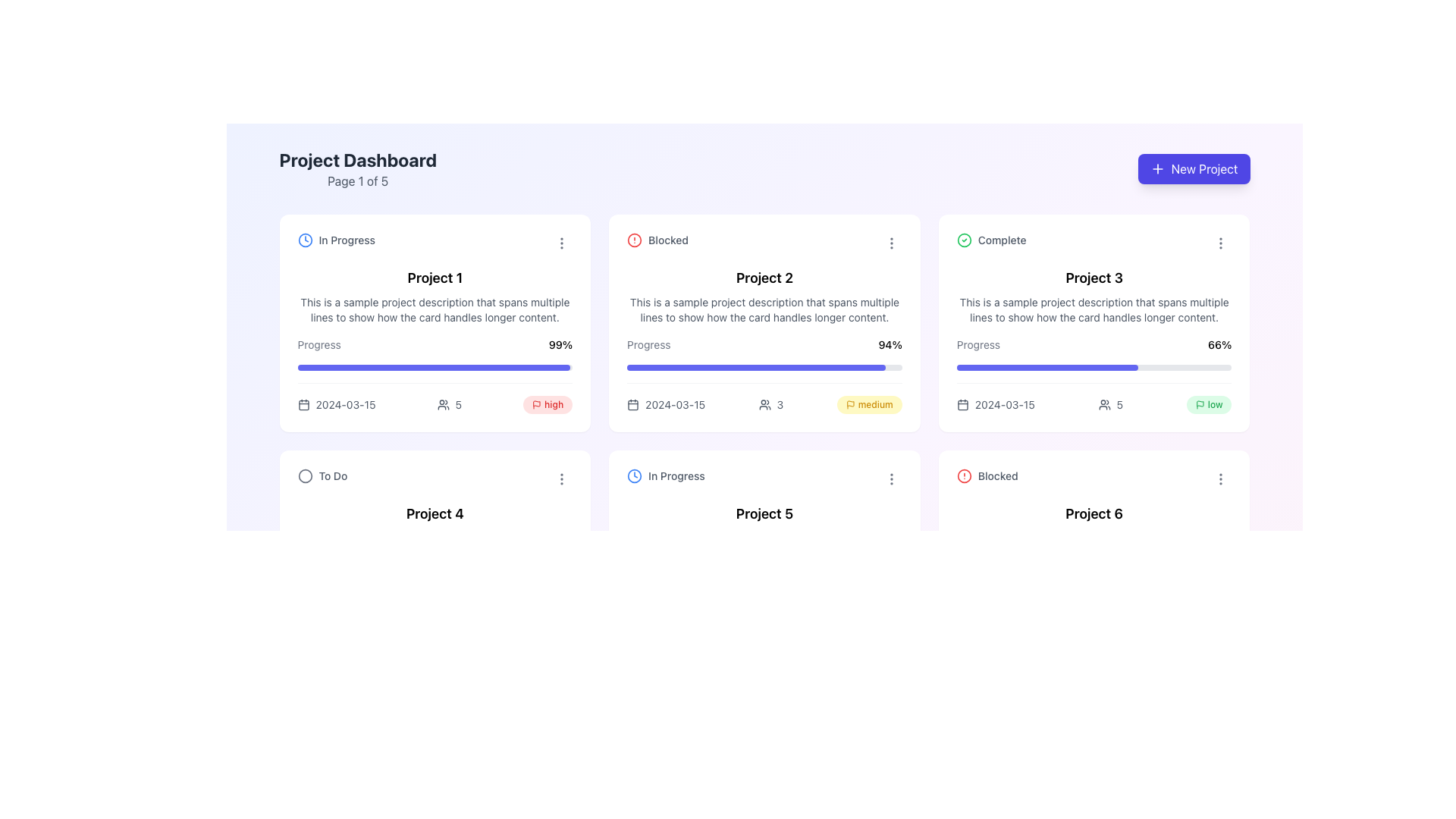 The image size is (1456, 819). Describe the element at coordinates (434, 397) in the screenshot. I see `the text element displaying the number of participants associated with 'Project 1', which is located at the bottom of the card in the first column of a grid layout, positioned between a calendar icon and a priority level label` at that location.